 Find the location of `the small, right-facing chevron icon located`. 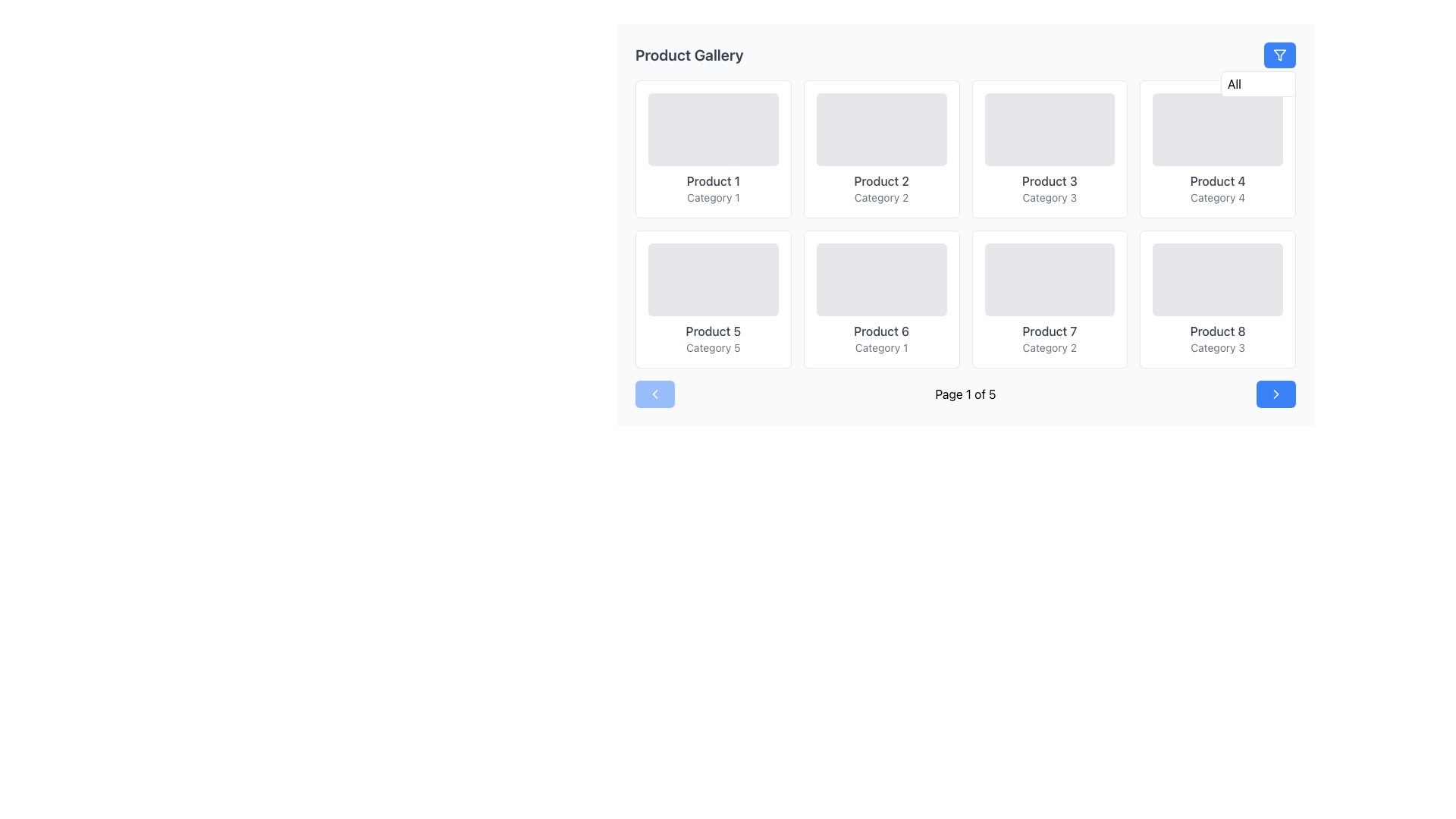

the small, right-facing chevron icon located is located at coordinates (1276, 394).